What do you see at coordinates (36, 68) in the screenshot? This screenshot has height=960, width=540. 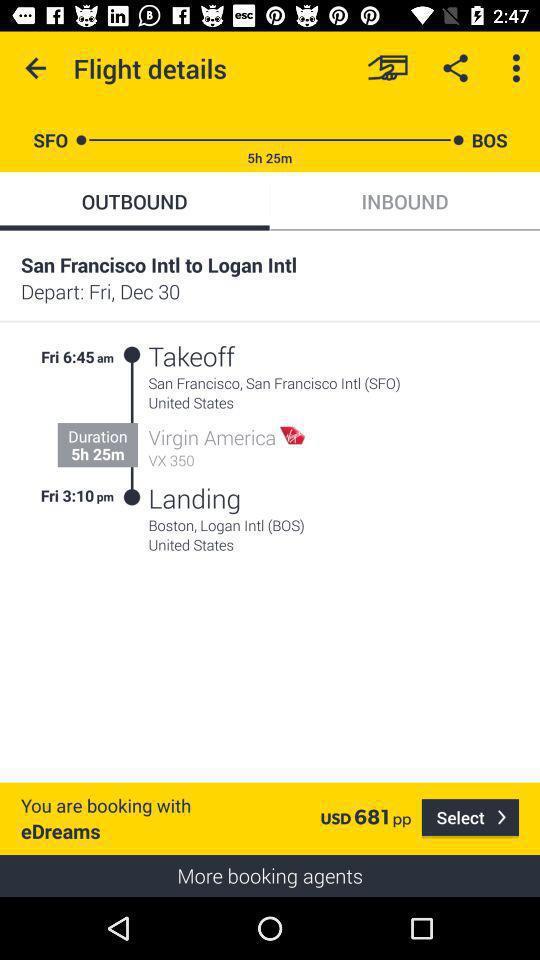 I see `icon next to flight details item` at bounding box center [36, 68].